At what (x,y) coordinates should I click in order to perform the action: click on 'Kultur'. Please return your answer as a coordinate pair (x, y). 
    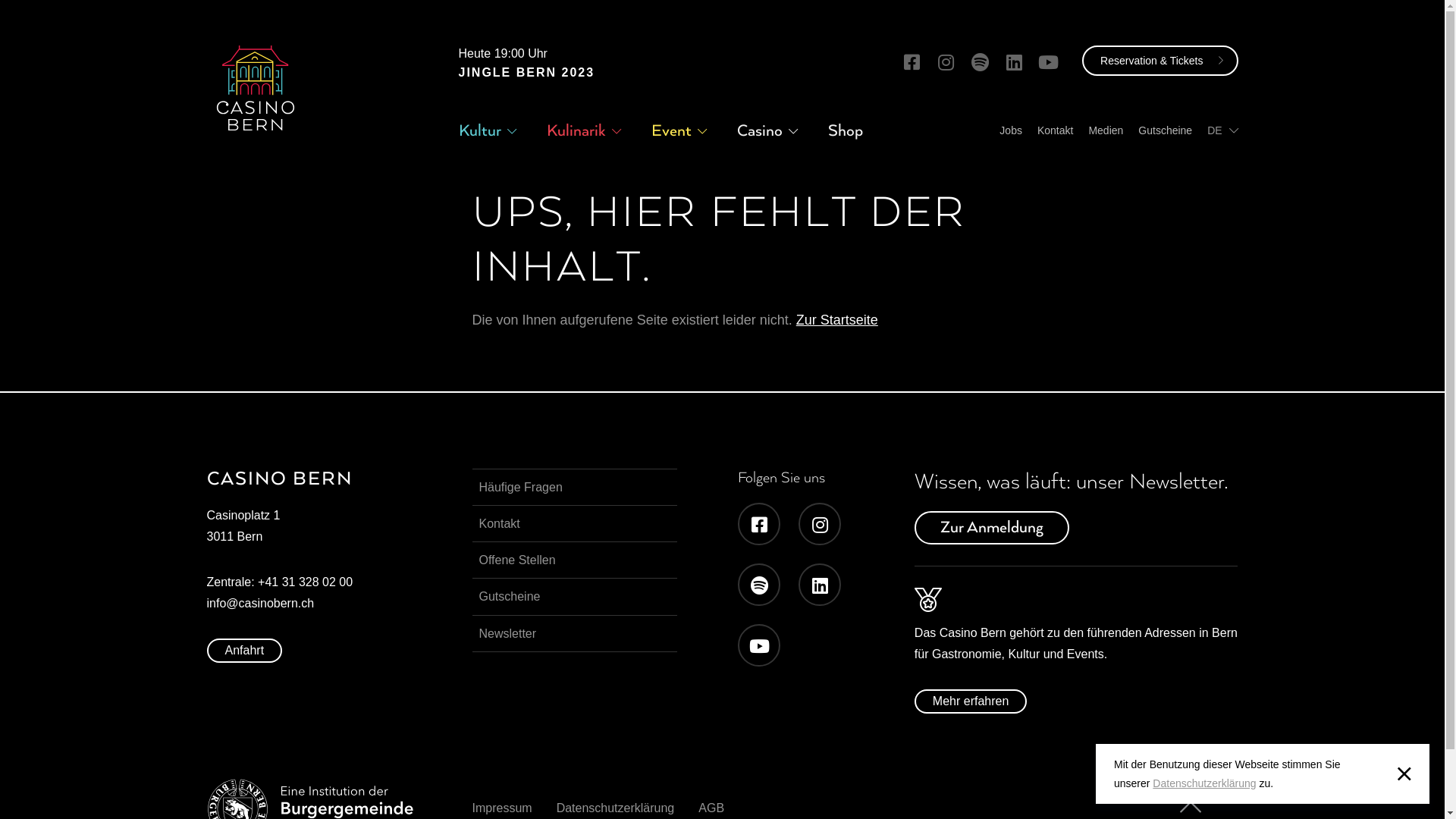
    Looking at the image, I should click on (479, 130).